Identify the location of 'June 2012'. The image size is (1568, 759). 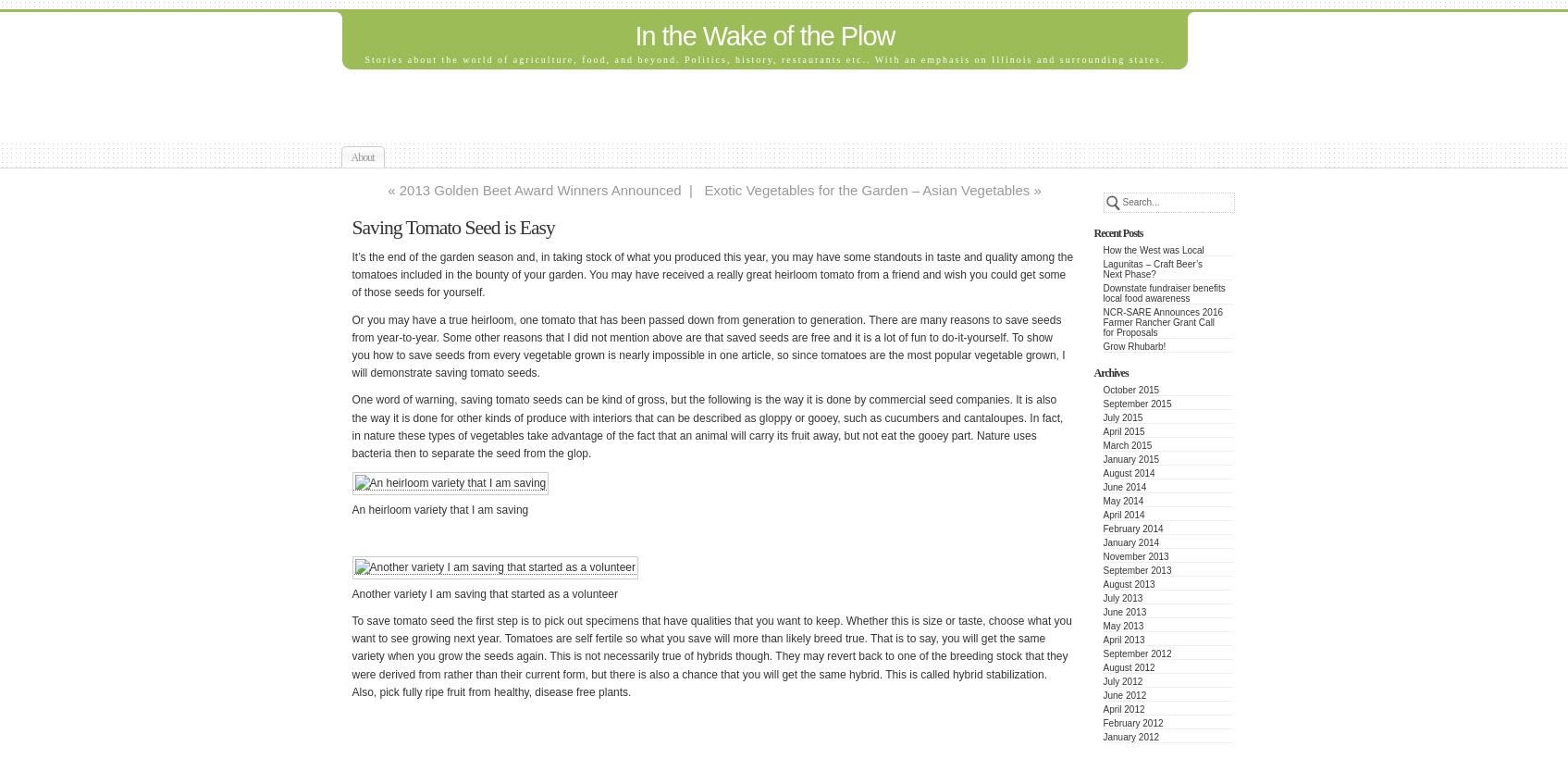
(1124, 694).